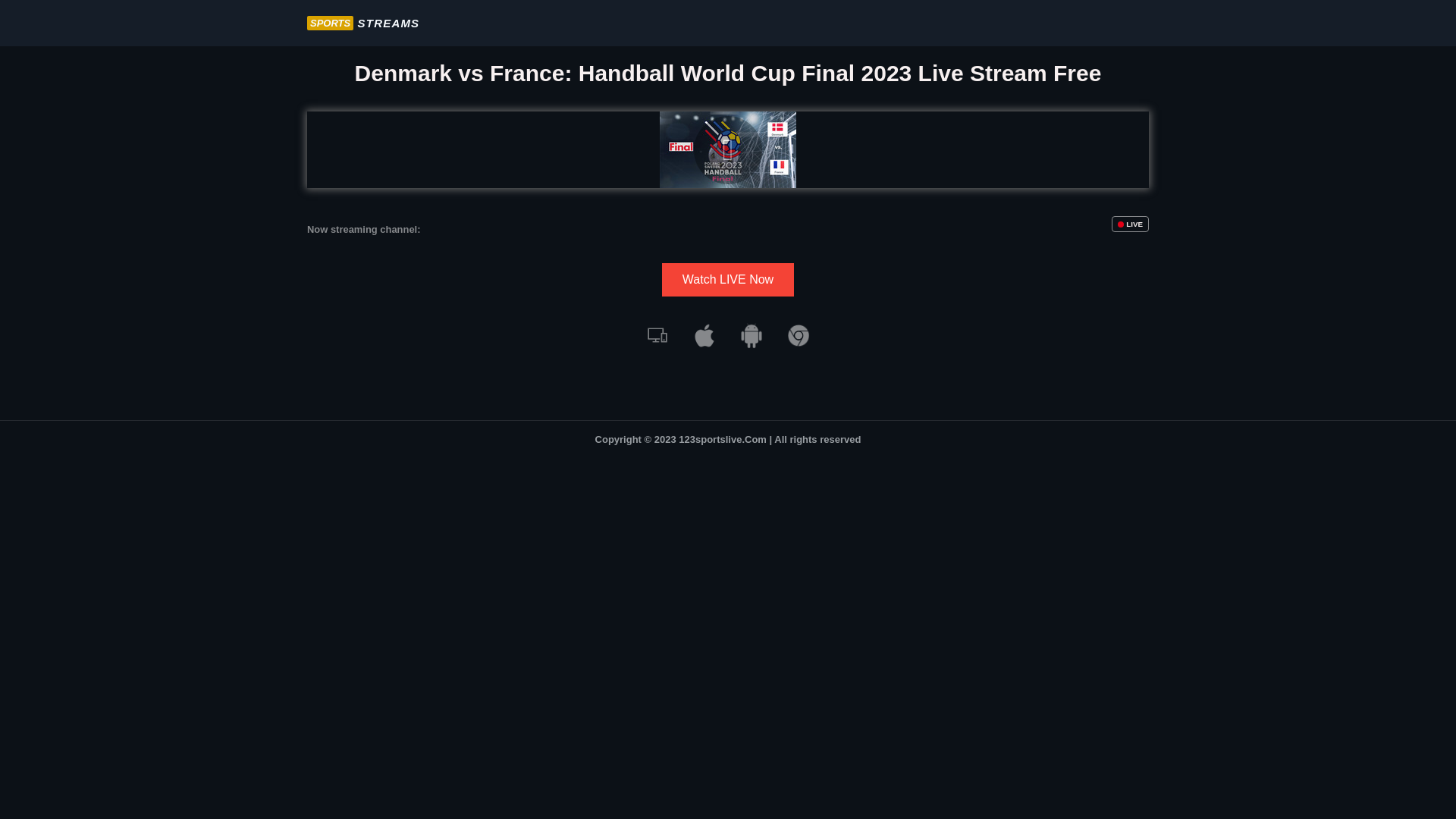 The height and width of the screenshot is (819, 1456). Describe the element at coordinates (728, 280) in the screenshot. I see `'Watch LIVE Now'` at that location.